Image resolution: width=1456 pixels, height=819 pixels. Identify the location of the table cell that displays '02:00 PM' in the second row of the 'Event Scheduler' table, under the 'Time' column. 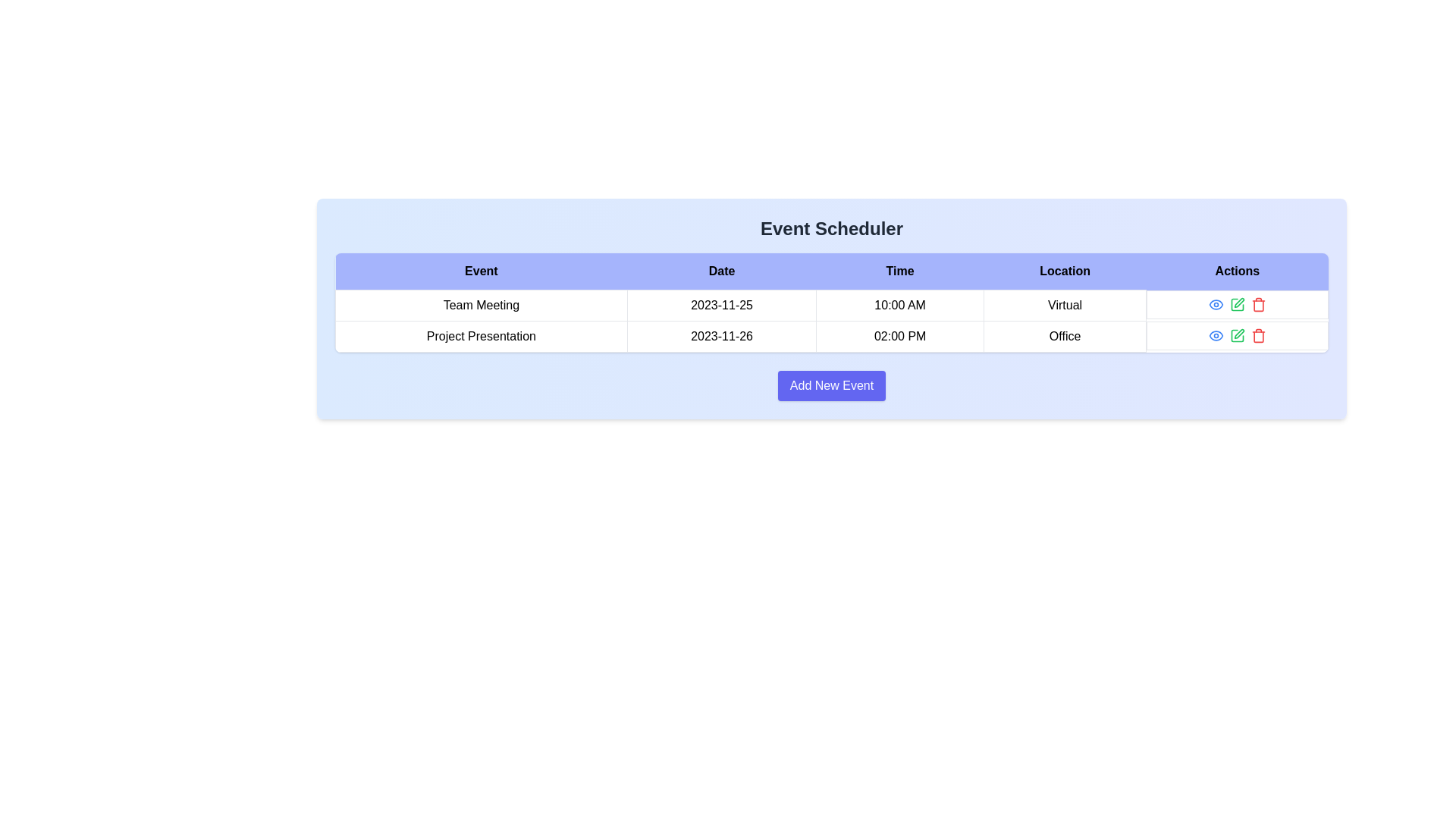
(900, 335).